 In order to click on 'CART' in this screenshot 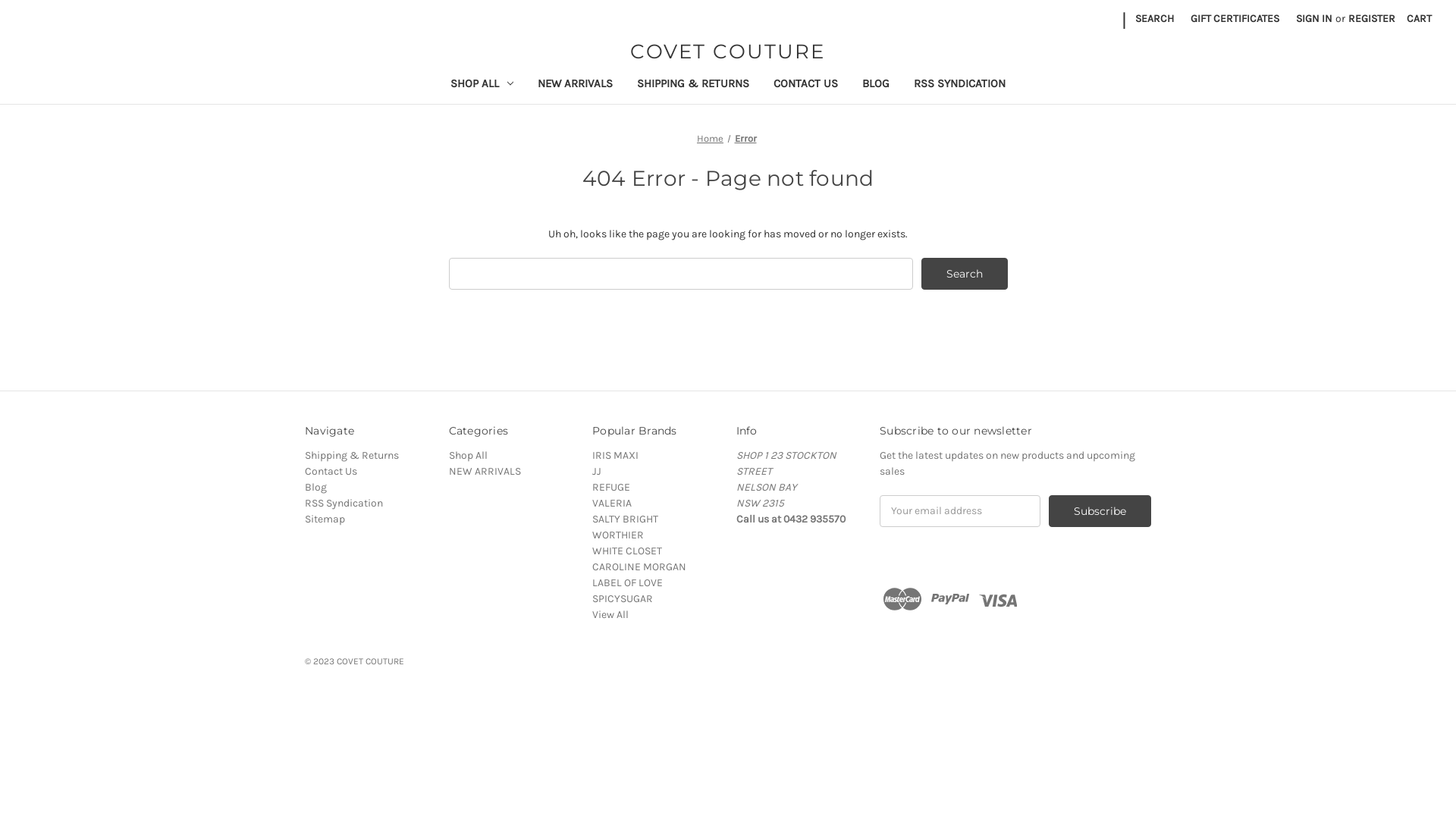, I will do `click(1418, 18)`.